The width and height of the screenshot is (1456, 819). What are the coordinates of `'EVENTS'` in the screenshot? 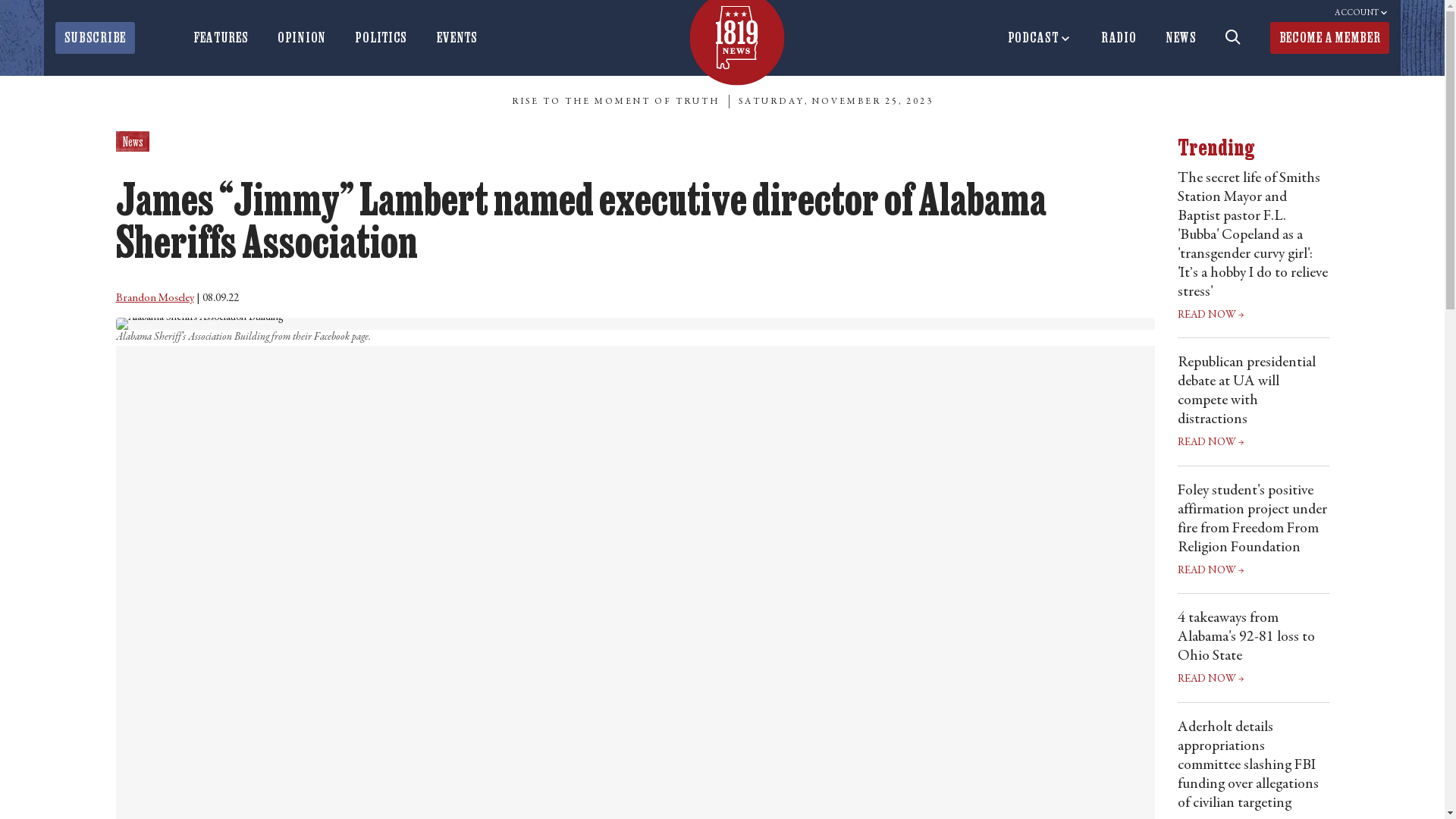 It's located at (457, 37).